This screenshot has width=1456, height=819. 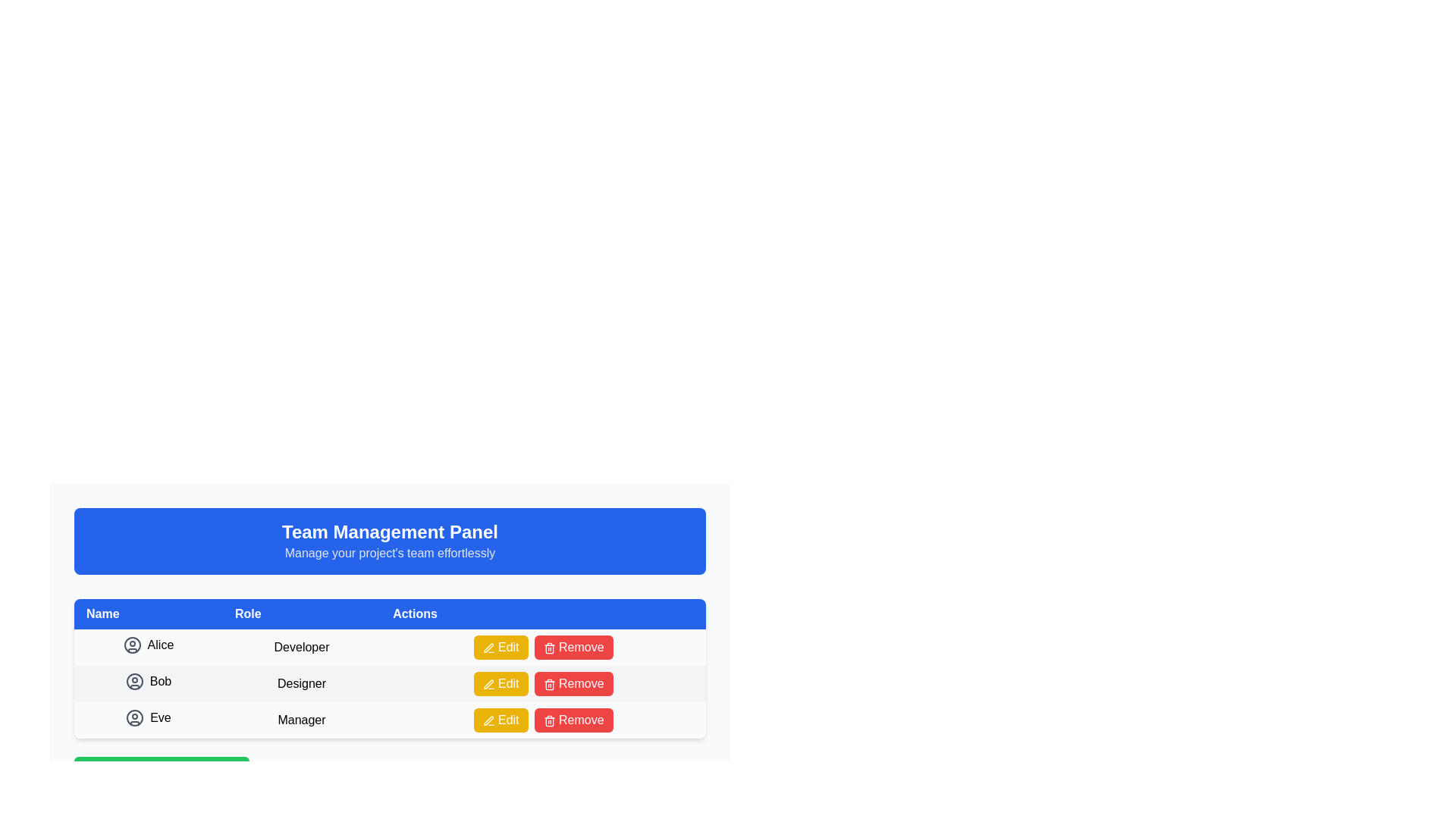 I want to click on the decorative icon that signifies the editing function for 'Bob's details', located to the left of the 'Edit' text in the yellow button in the 'Actions' column of the second row of the table, so click(x=488, y=684).